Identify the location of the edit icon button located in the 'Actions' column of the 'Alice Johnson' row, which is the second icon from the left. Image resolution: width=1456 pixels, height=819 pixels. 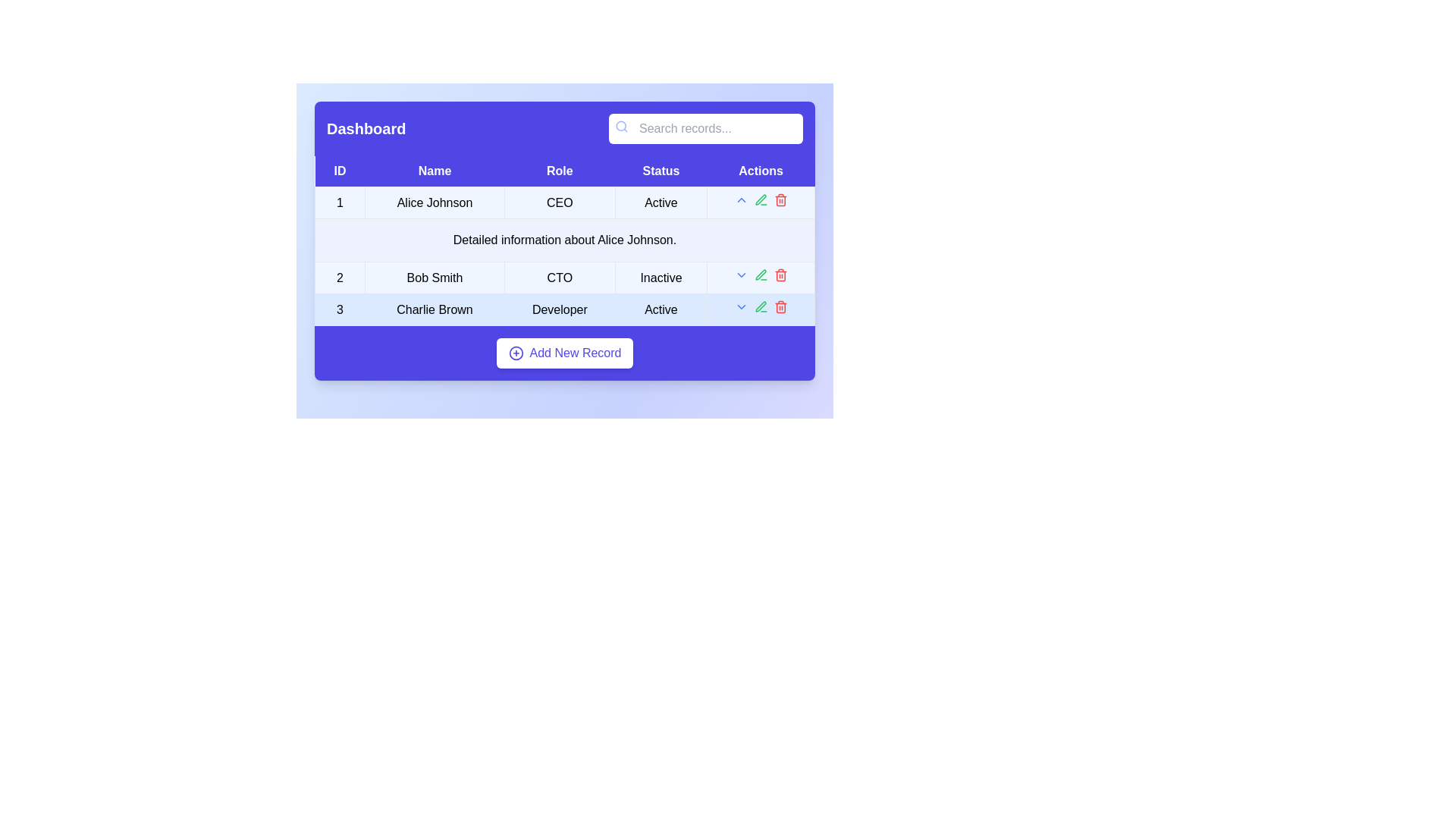
(761, 202).